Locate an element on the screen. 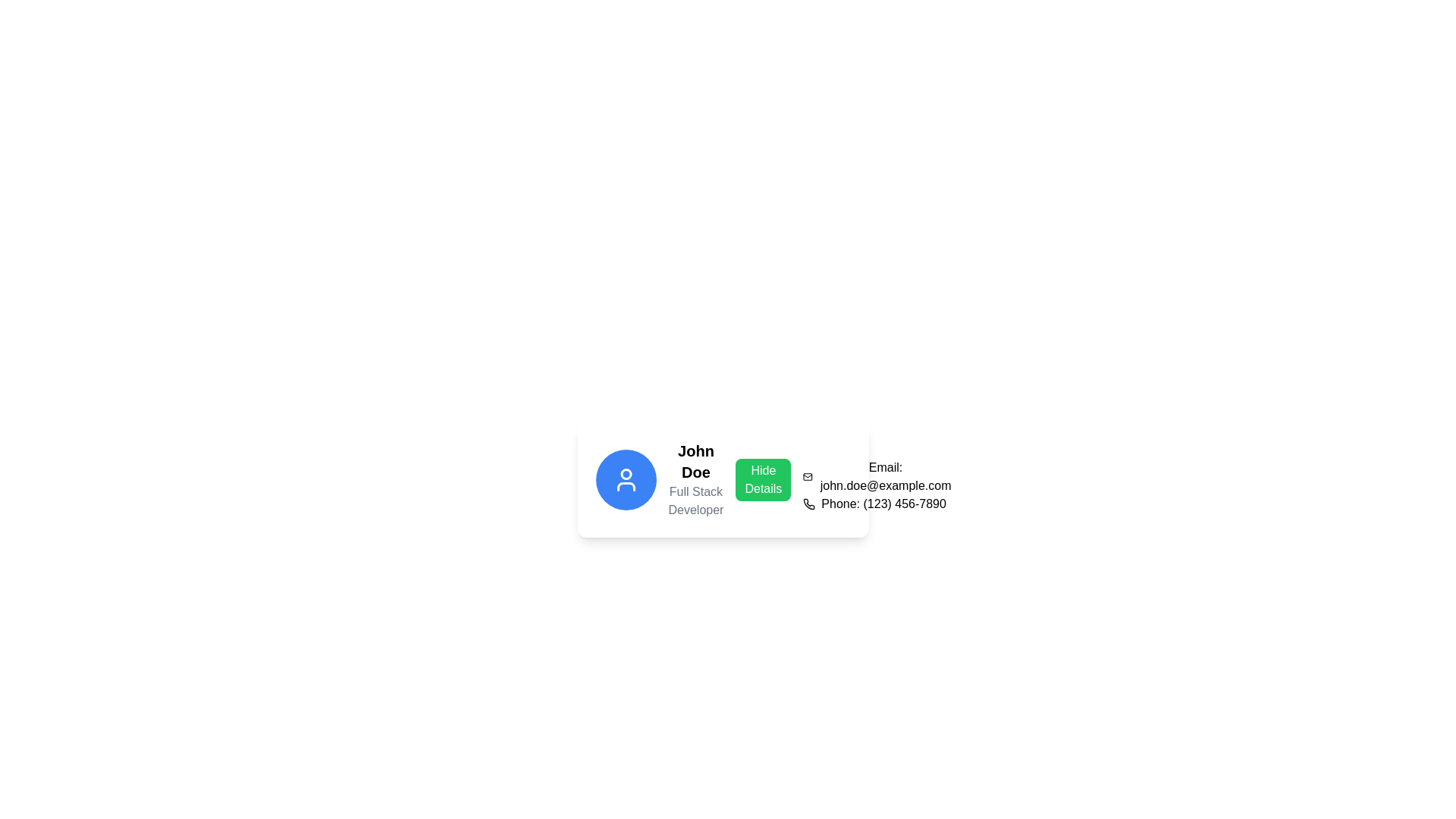 The height and width of the screenshot is (819, 1456). the mail icon, which is a minimalist black envelope symbol located next to the text 'Email: john.doe@example.com' is located at coordinates (807, 475).